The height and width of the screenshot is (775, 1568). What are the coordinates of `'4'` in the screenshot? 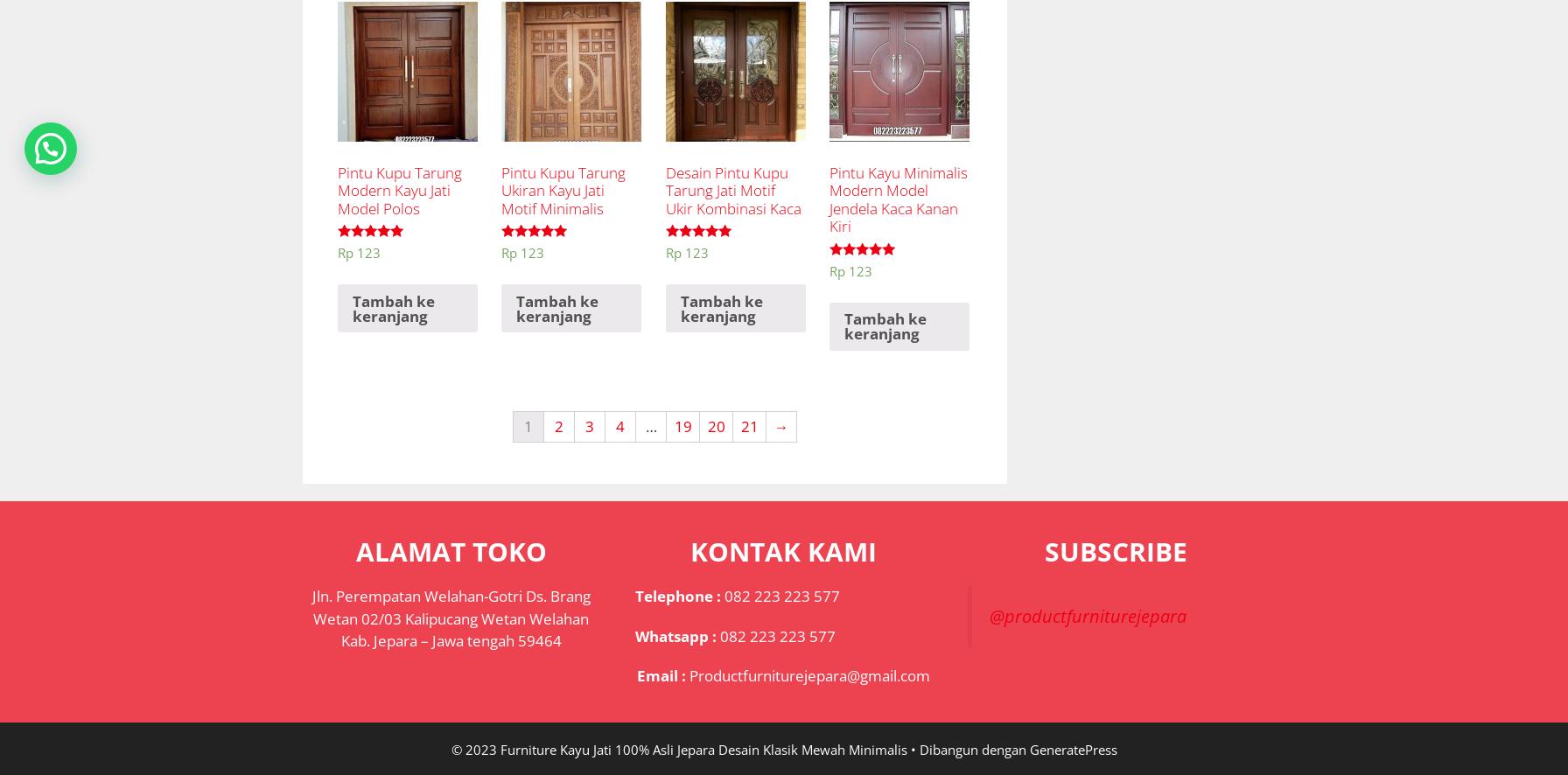 It's located at (619, 426).